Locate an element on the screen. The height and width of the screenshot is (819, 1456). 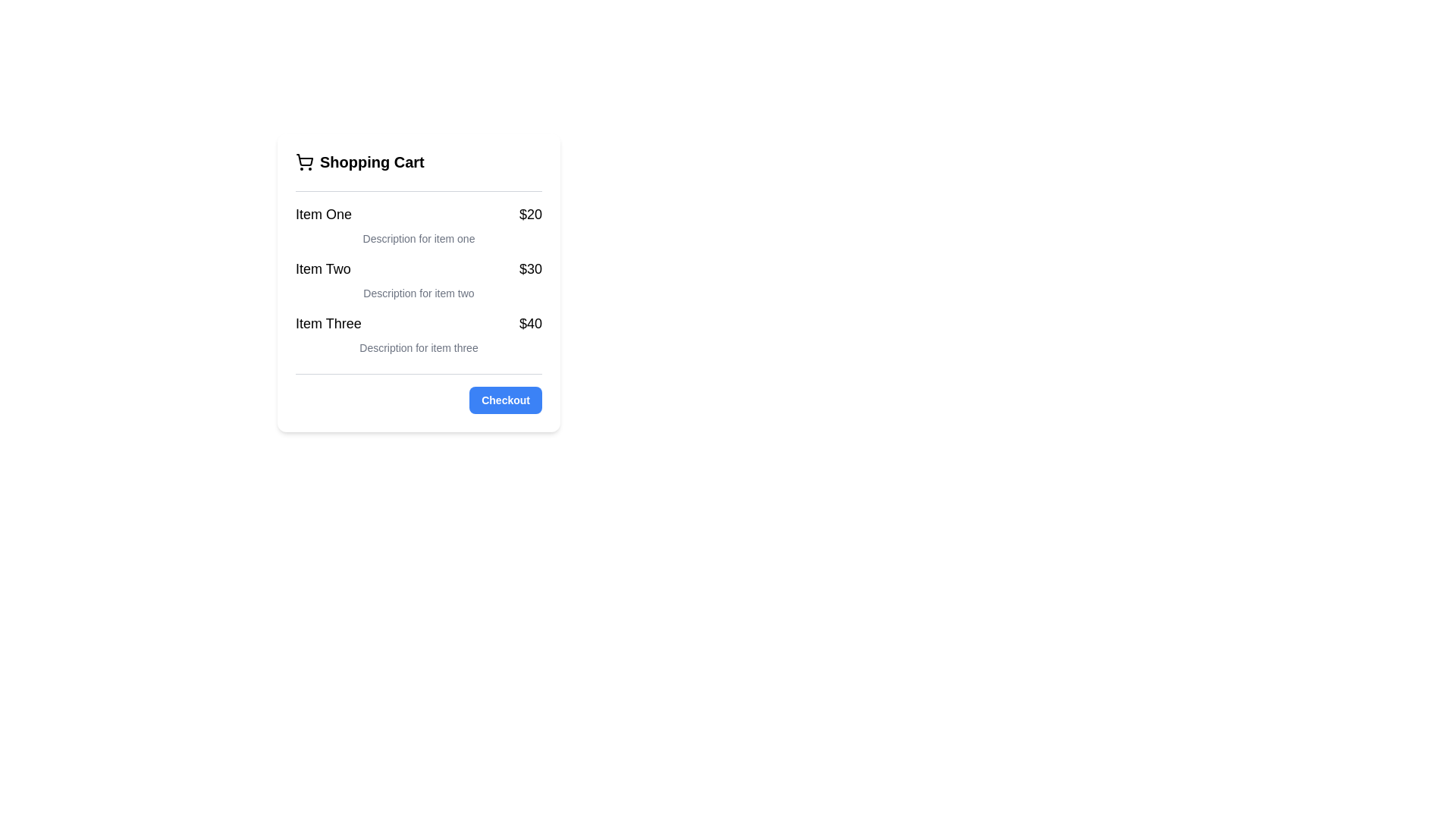
the text 'Description for item three', which is styled in a gray, small font and positioned below 'Item Three $40' in the shopping cart interface is located at coordinates (419, 348).